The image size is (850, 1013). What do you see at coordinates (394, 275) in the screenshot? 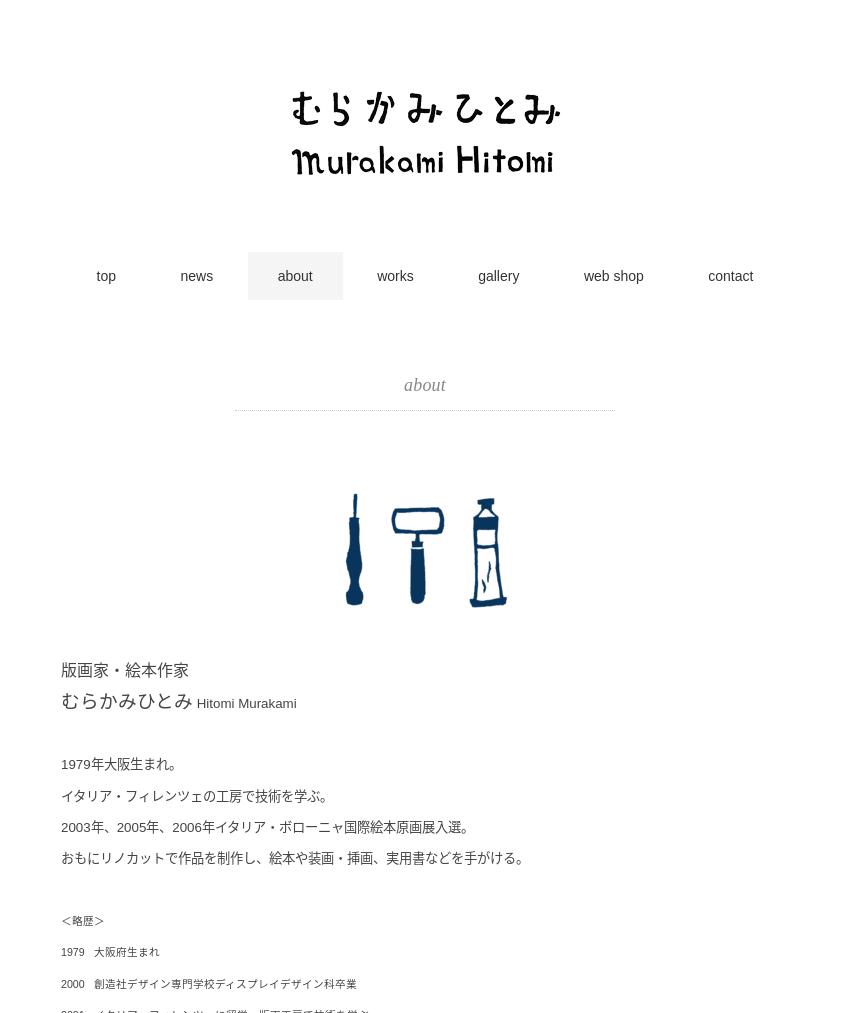
I see `'works'` at bounding box center [394, 275].